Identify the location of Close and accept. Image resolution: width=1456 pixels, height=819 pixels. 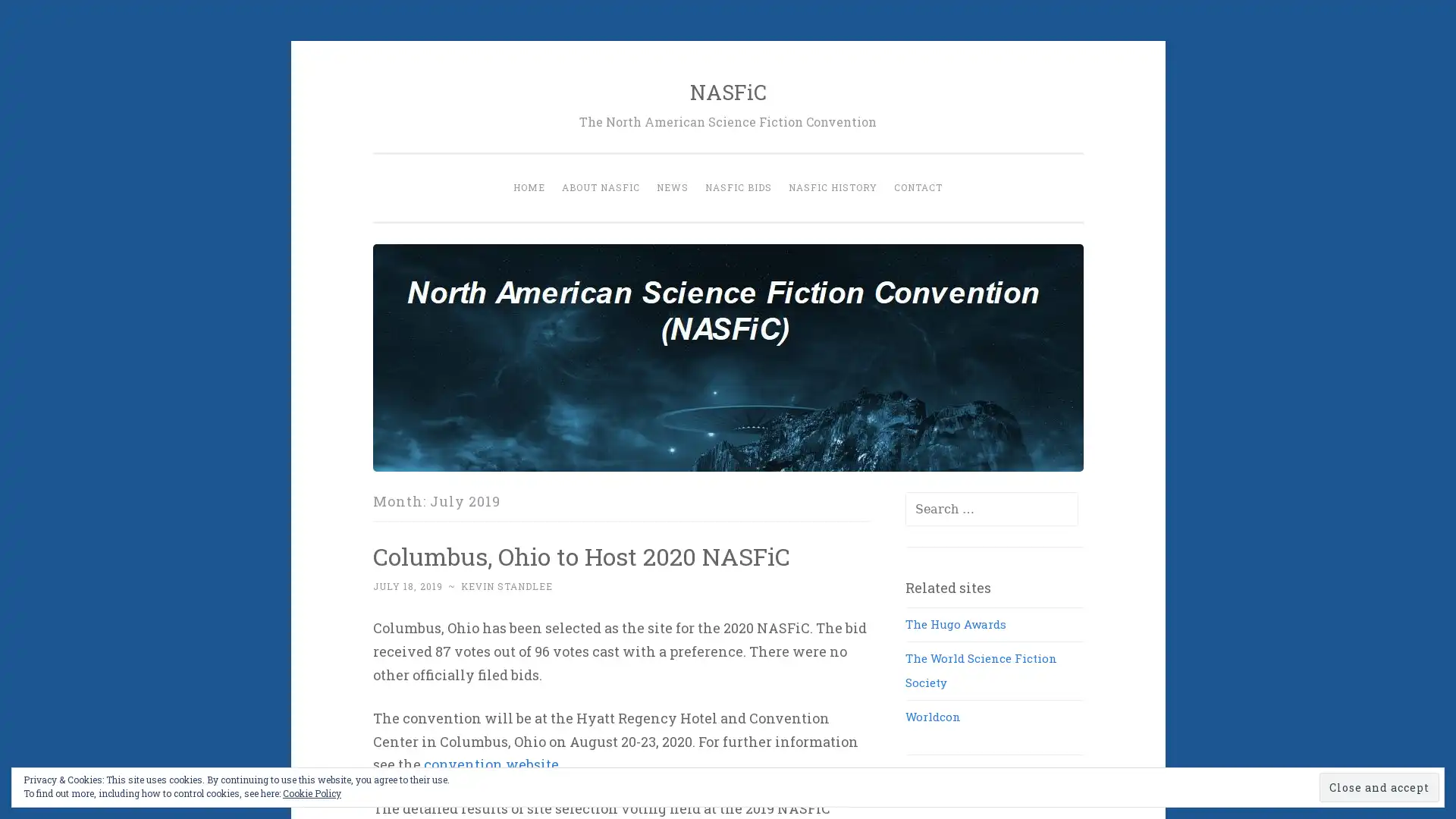
(1379, 786).